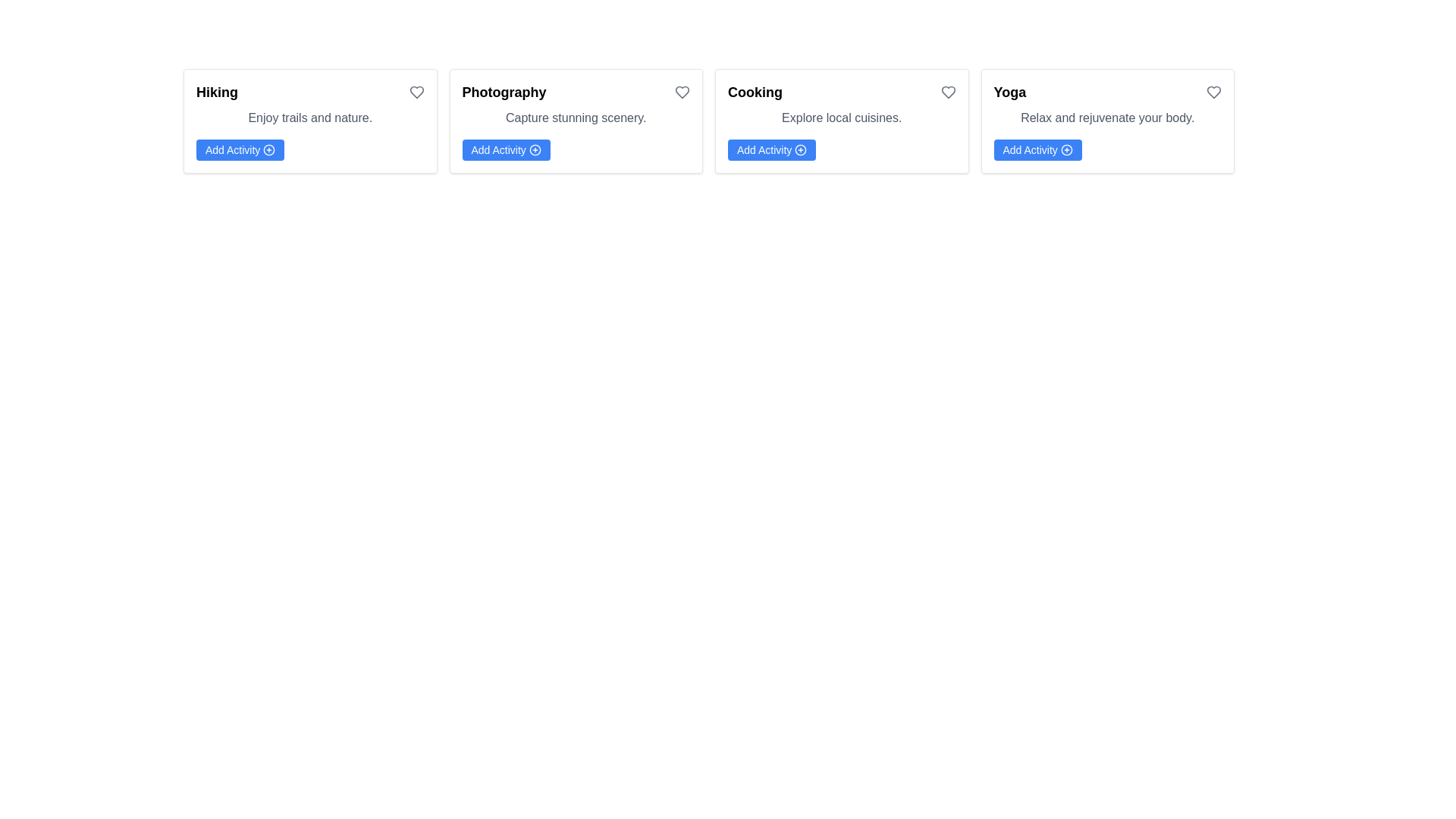  What do you see at coordinates (506, 149) in the screenshot?
I see `the 'Add Activity' button, which has a blue background and white text, located centrally within the second card below the description 'Capture stunning scenery.'` at bounding box center [506, 149].